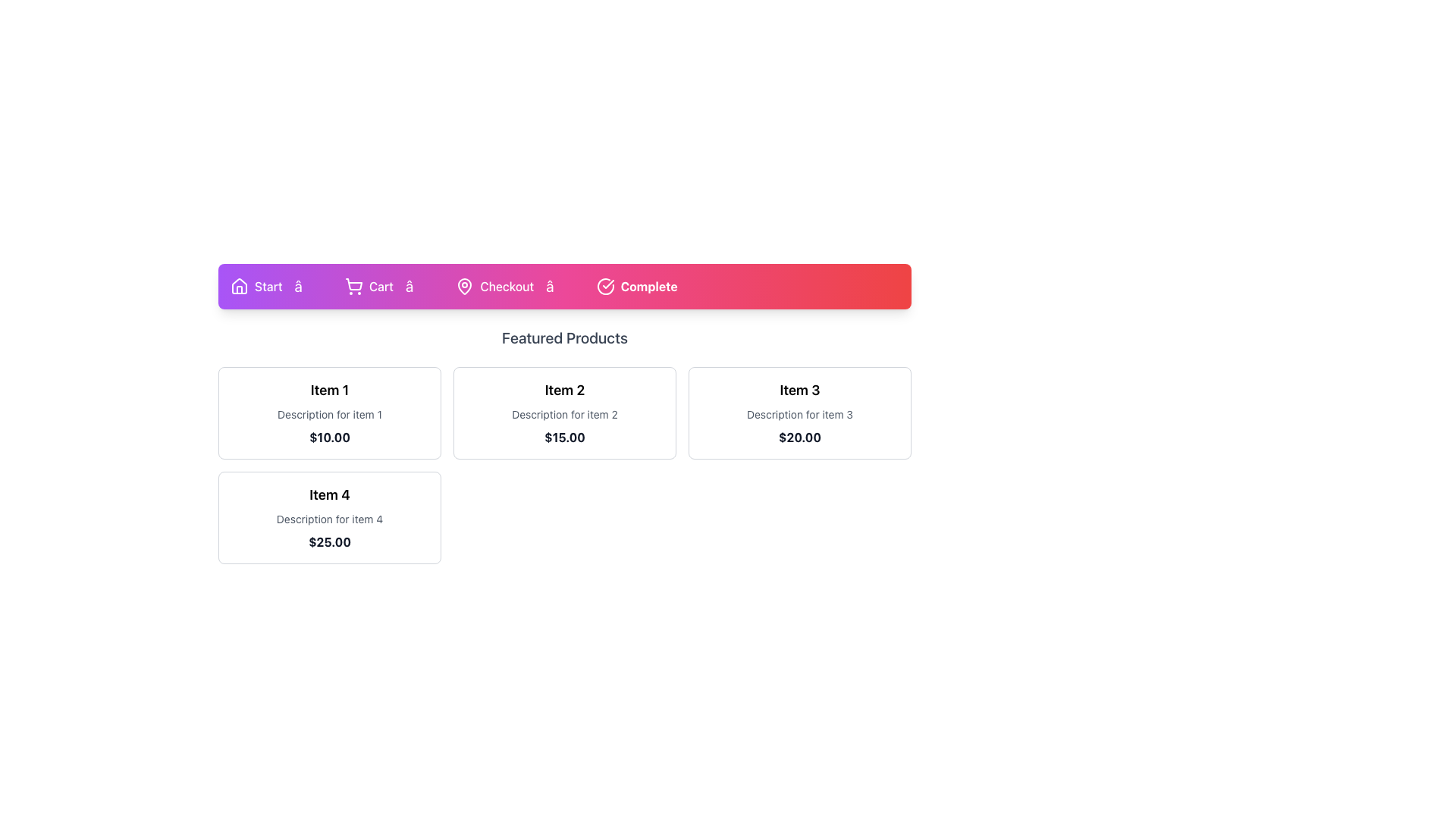  What do you see at coordinates (464, 287) in the screenshot?
I see `the map pin icon located in the navigation bar to the left of the 'Checkout' text` at bounding box center [464, 287].